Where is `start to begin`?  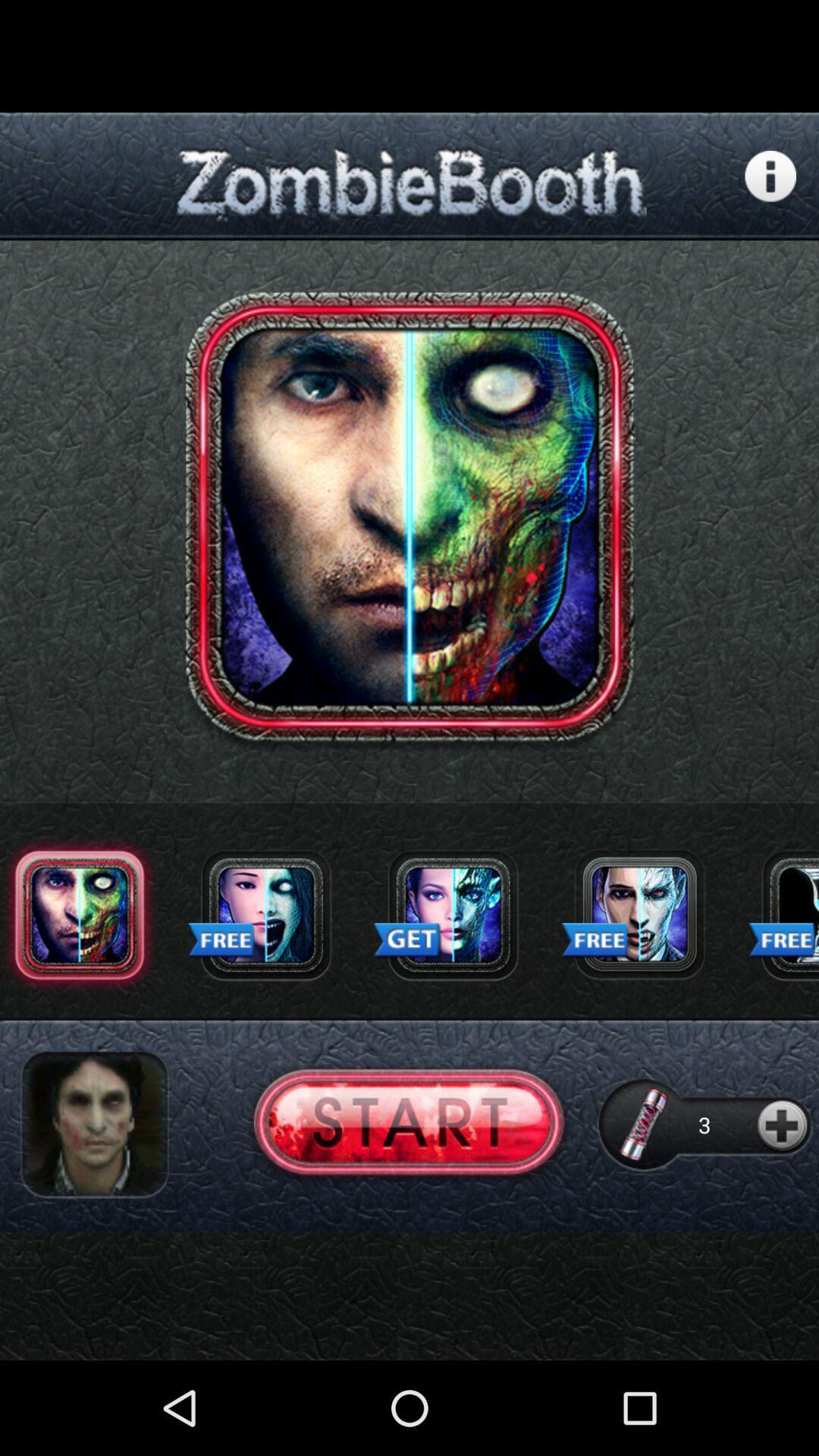 start to begin is located at coordinates (408, 1125).